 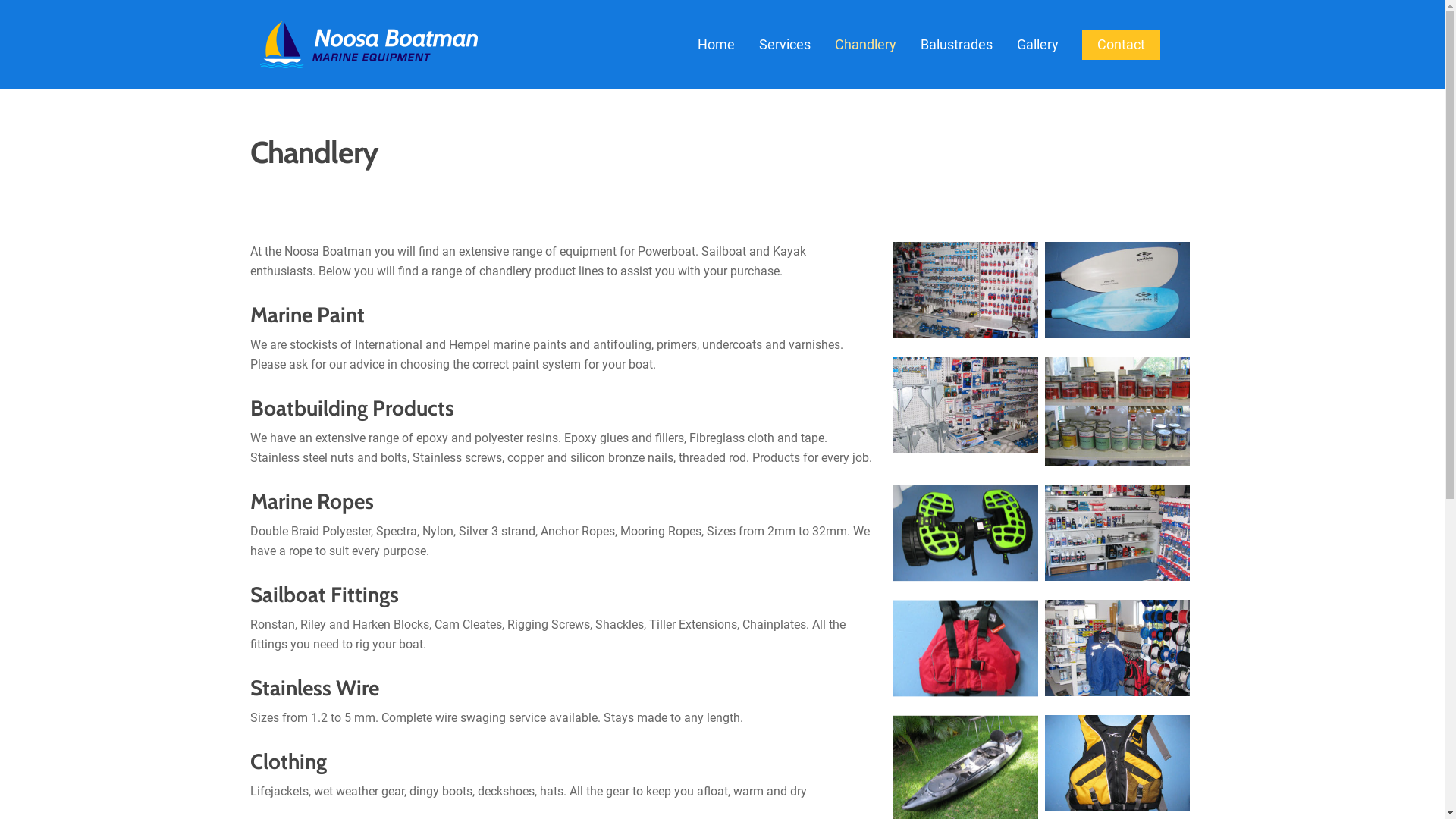 I want to click on 'Services', so click(x=785, y=43).